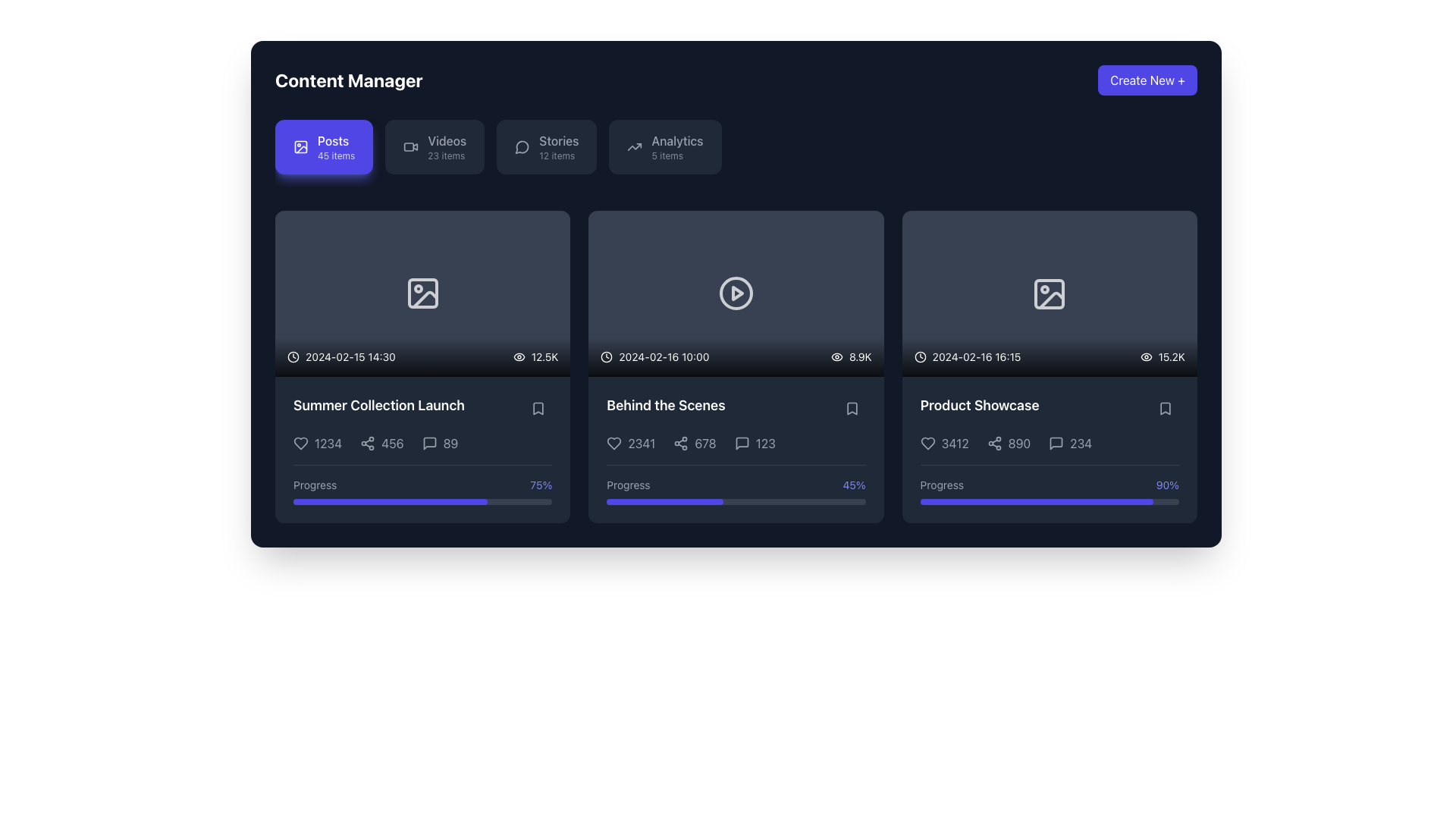 This screenshot has width=1456, height=819. What do you see at coordinates (301, 146) in the screenshot?
I see `the rounded rectangle that serves as a background for the 'image' icon in the top-left 'Posts' tab` at bounding box center [301, 146].